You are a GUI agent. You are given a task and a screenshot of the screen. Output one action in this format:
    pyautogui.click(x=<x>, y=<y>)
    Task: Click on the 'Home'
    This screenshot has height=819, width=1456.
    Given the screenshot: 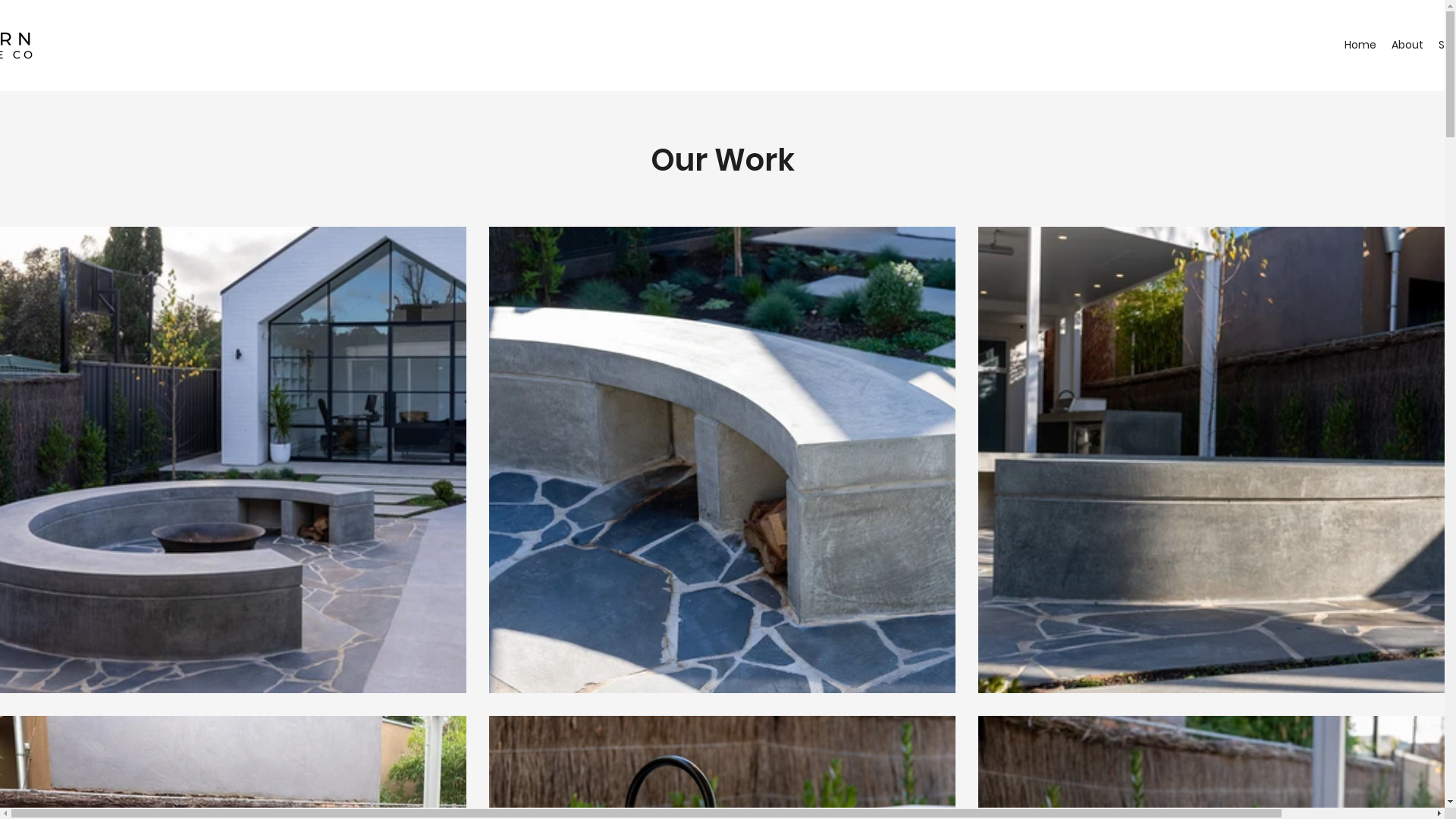 What is the action you would take?
    pyautogui.click(x=1360, y=44)
    